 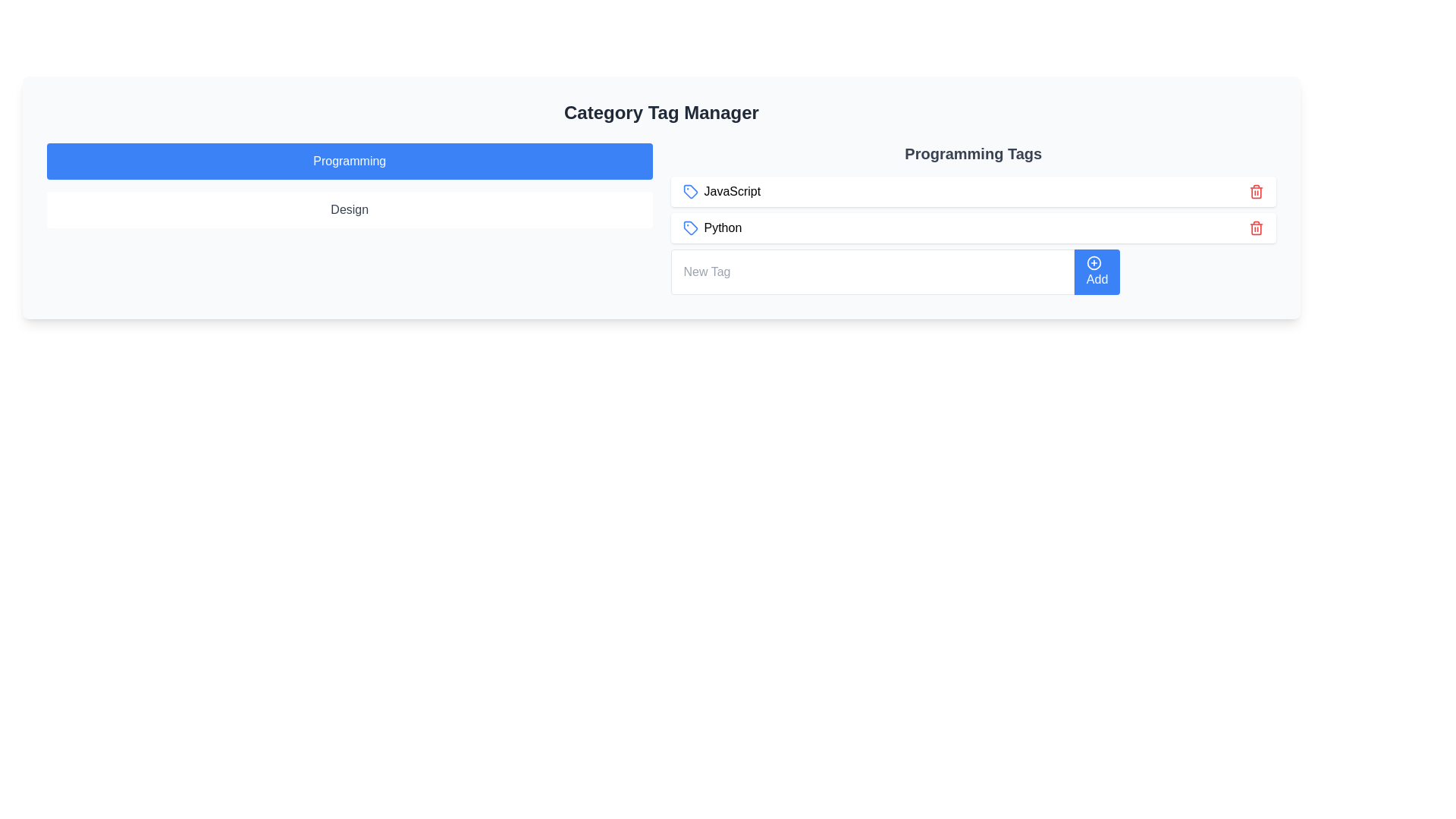 What do you see at coordinates (973, 191) in the screenshot?
I see `the 'JavaScript' Tag Item in the 'Programming Tags' section using keyboard arrow keys` at bounding box center [973, 191].